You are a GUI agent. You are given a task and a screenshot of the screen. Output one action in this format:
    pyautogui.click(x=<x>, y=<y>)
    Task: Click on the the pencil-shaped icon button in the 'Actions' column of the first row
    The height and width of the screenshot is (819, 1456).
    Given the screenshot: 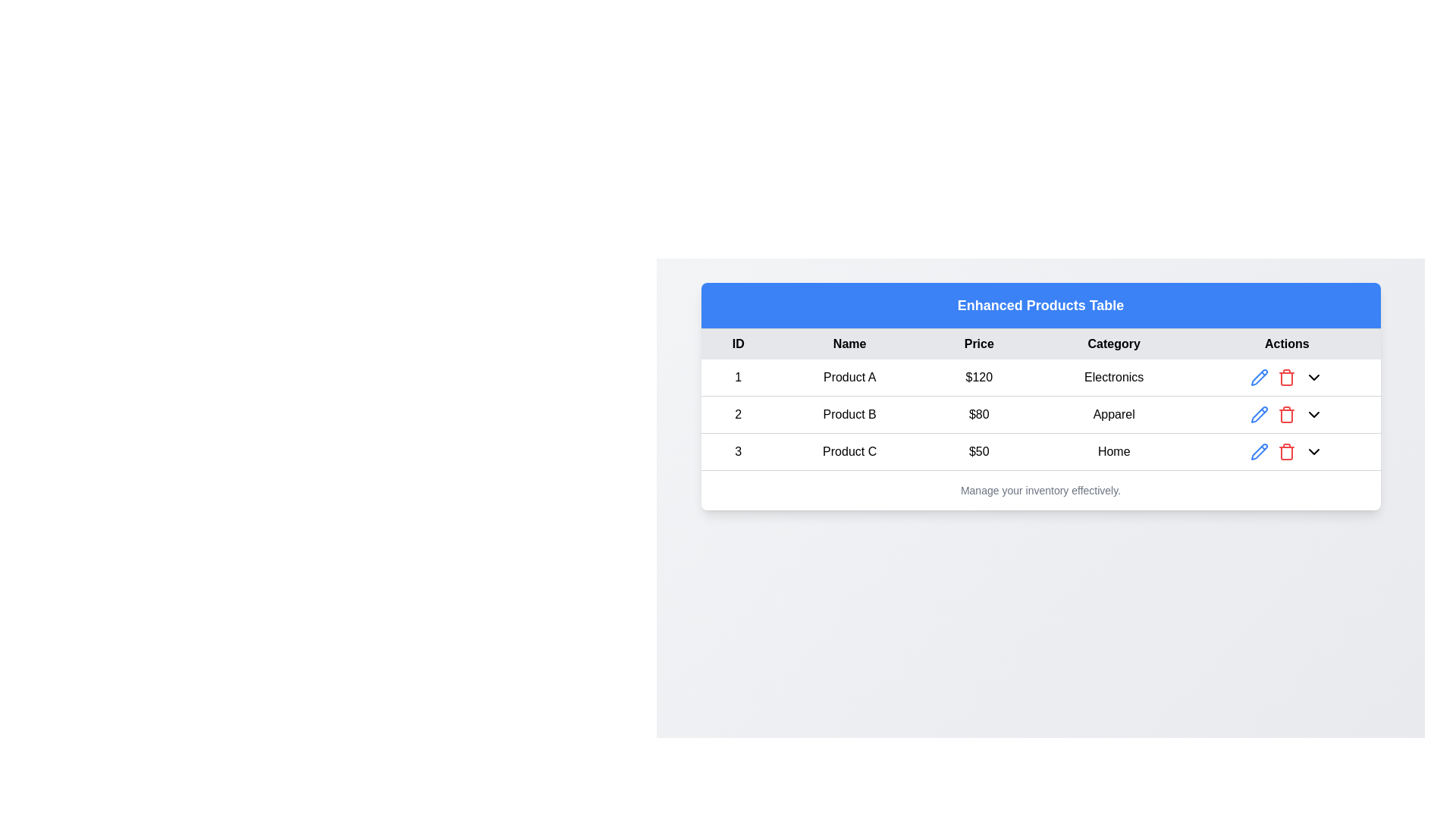 What is the action you would take?
    pyautogui.click(x=1260, y=376)
    